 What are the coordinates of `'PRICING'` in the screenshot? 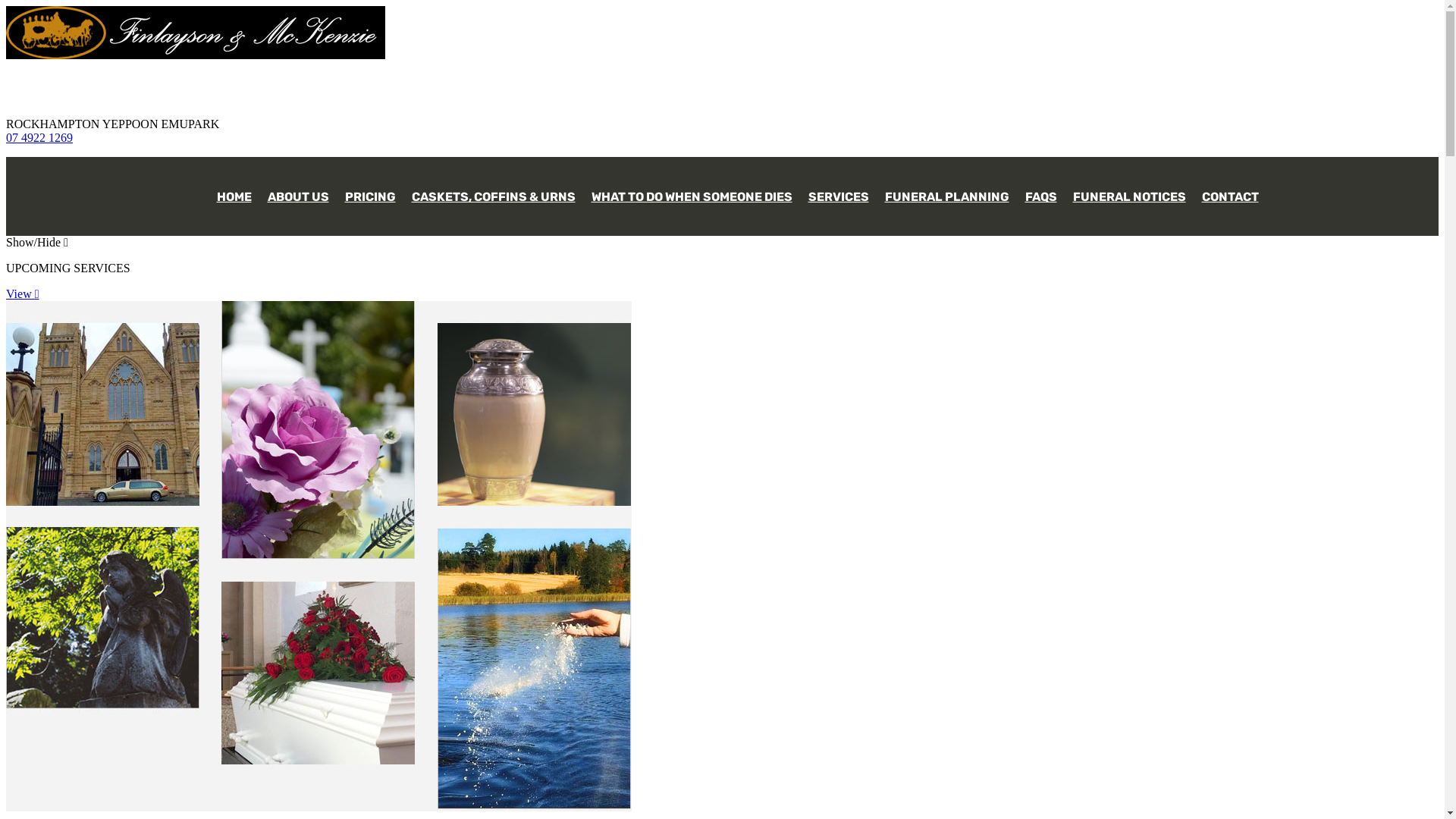 It's located at (370, 189).